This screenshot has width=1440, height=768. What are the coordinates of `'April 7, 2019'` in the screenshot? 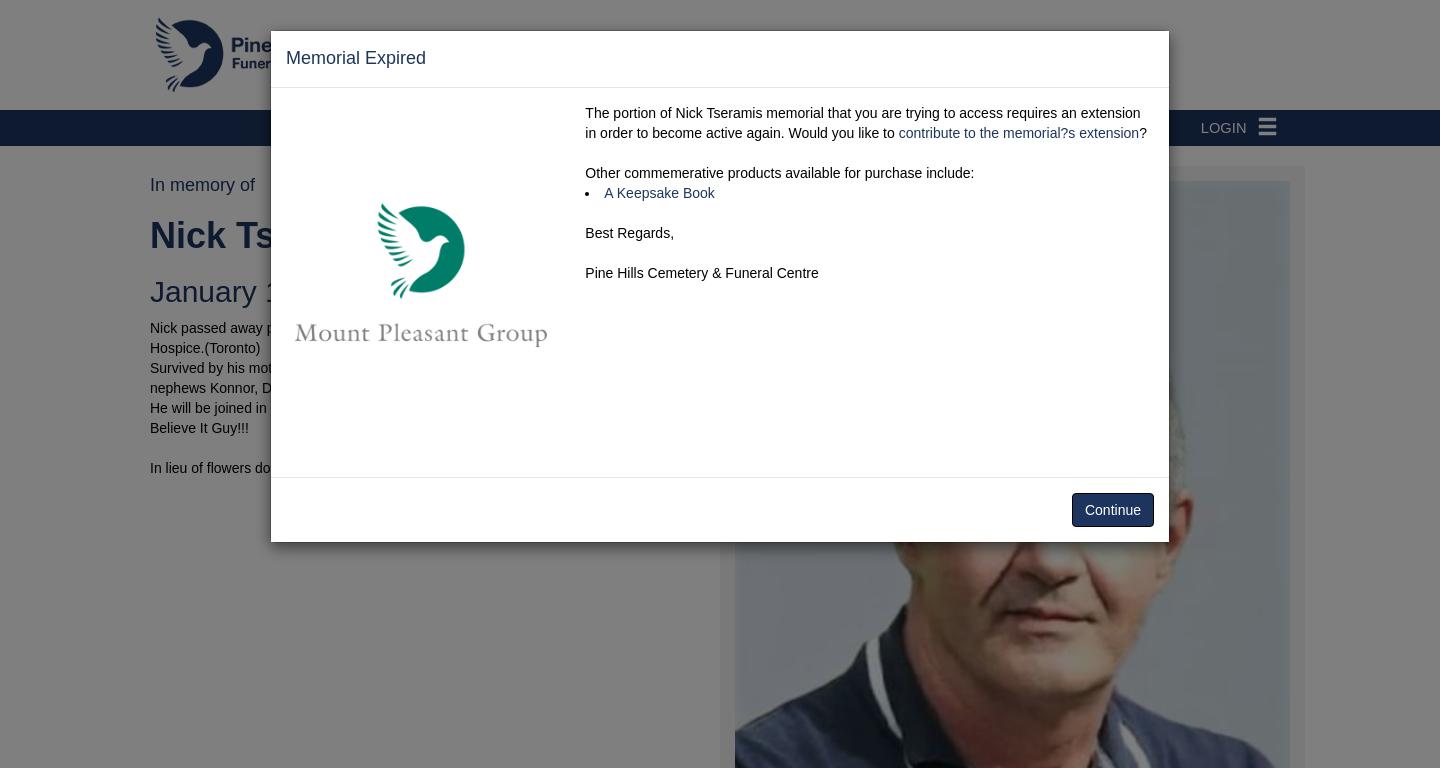 It's located at (497, 291).